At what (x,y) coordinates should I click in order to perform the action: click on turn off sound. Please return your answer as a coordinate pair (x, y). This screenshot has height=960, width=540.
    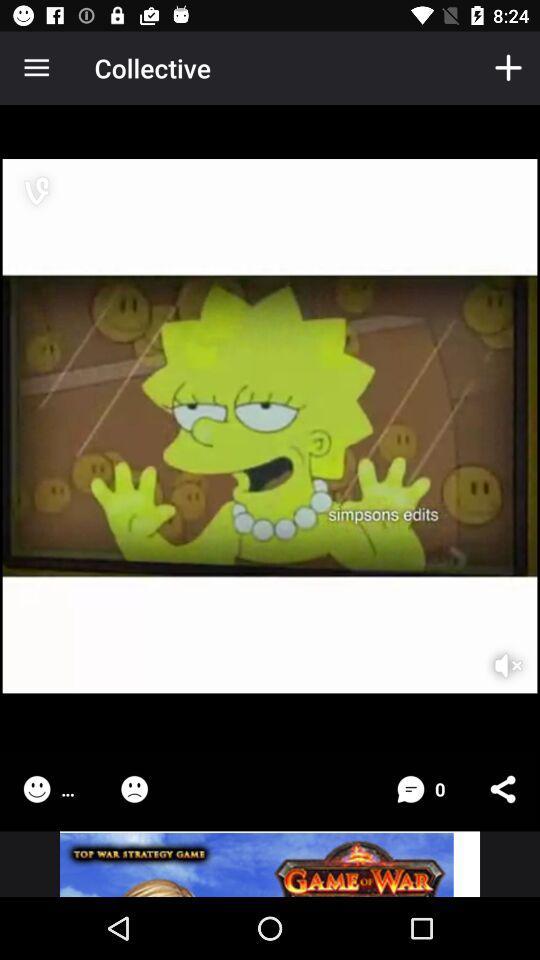
    Looking at the image, I should click on (494, 651).